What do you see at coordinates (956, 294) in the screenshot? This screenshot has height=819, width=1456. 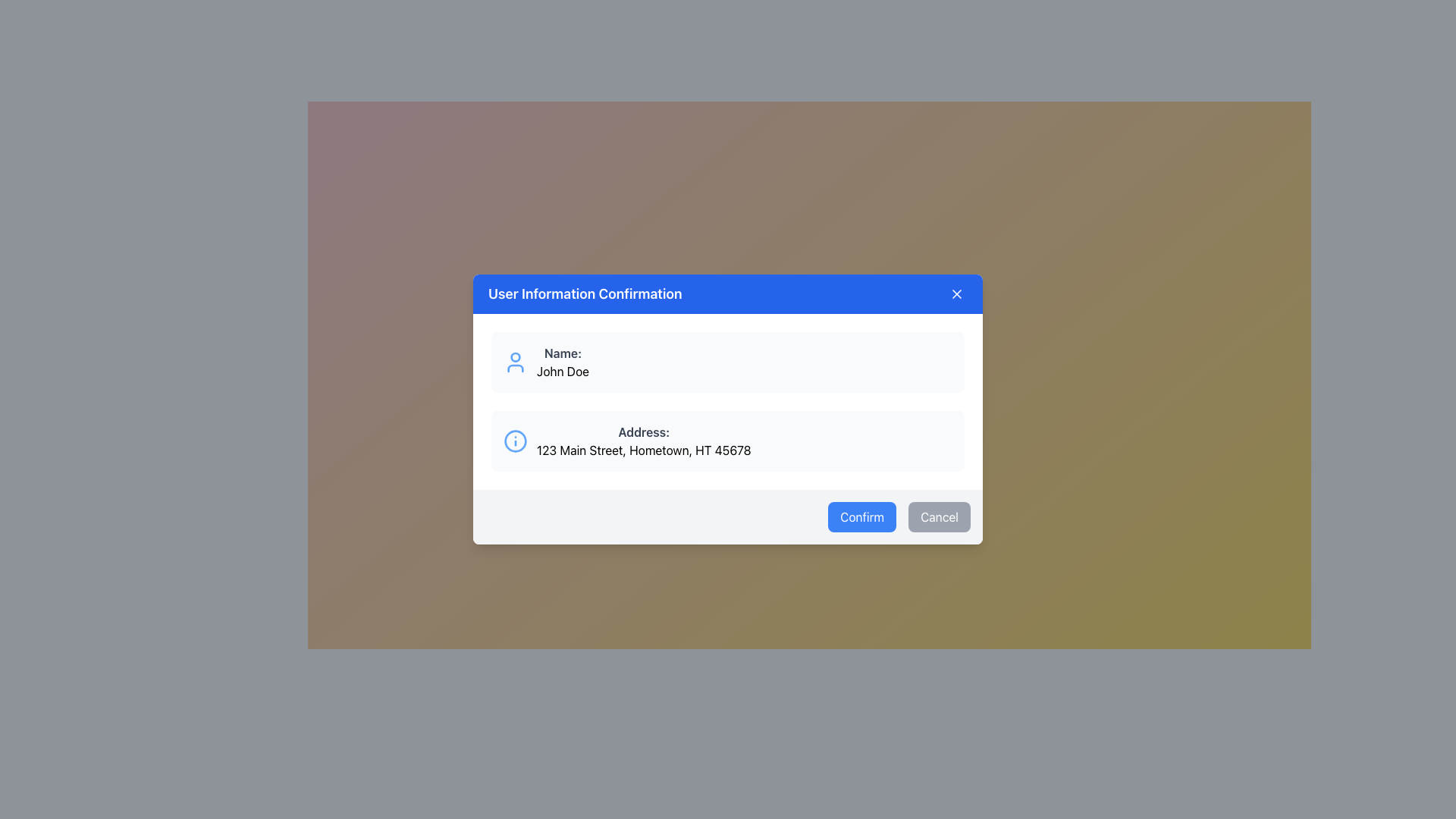 I see `the 'X' icon element of the close button located in the top-right corner of the modal dialog box` at bounding box center [956, 294].